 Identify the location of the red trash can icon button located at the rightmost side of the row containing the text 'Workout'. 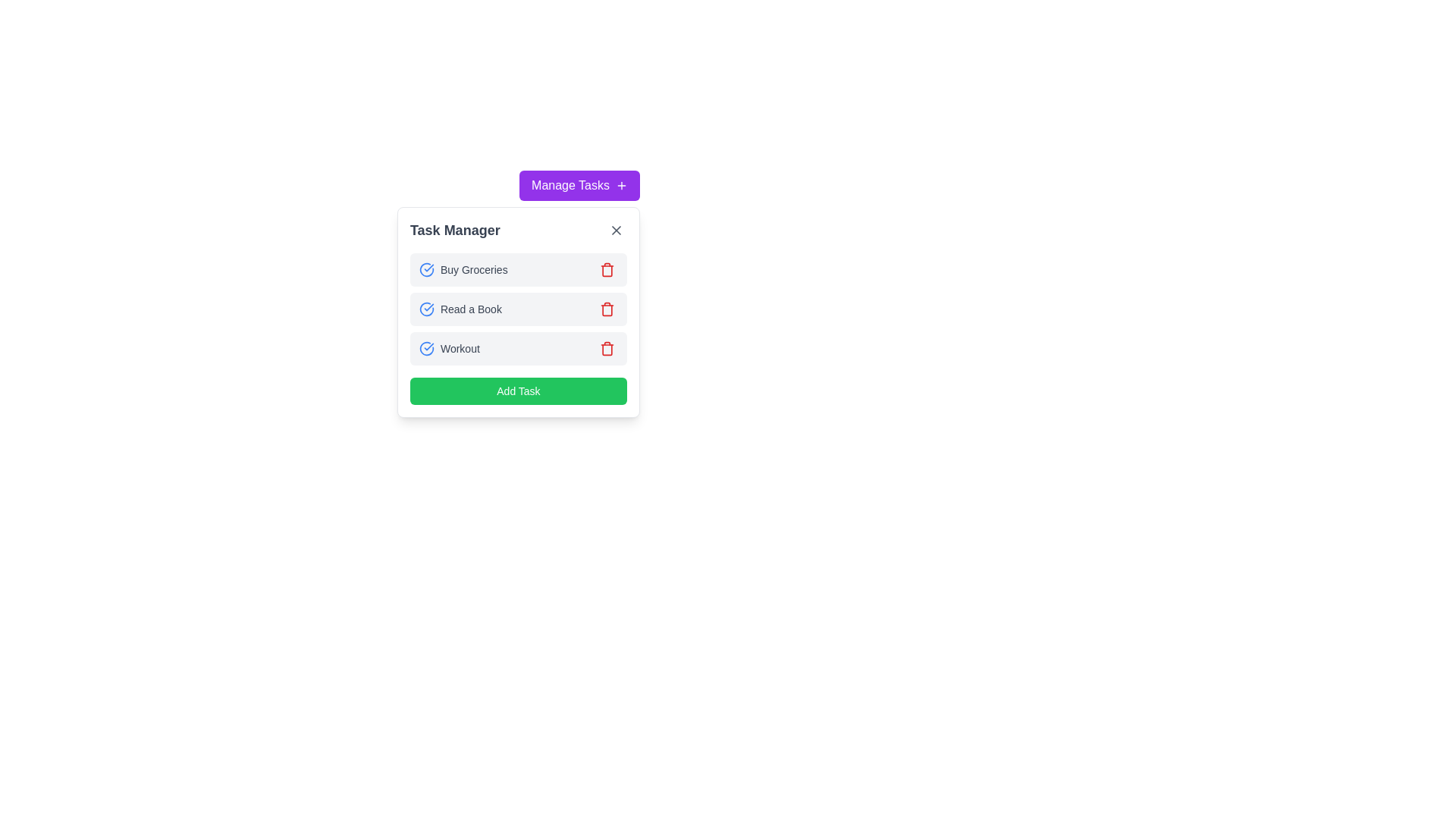
(607, 348).